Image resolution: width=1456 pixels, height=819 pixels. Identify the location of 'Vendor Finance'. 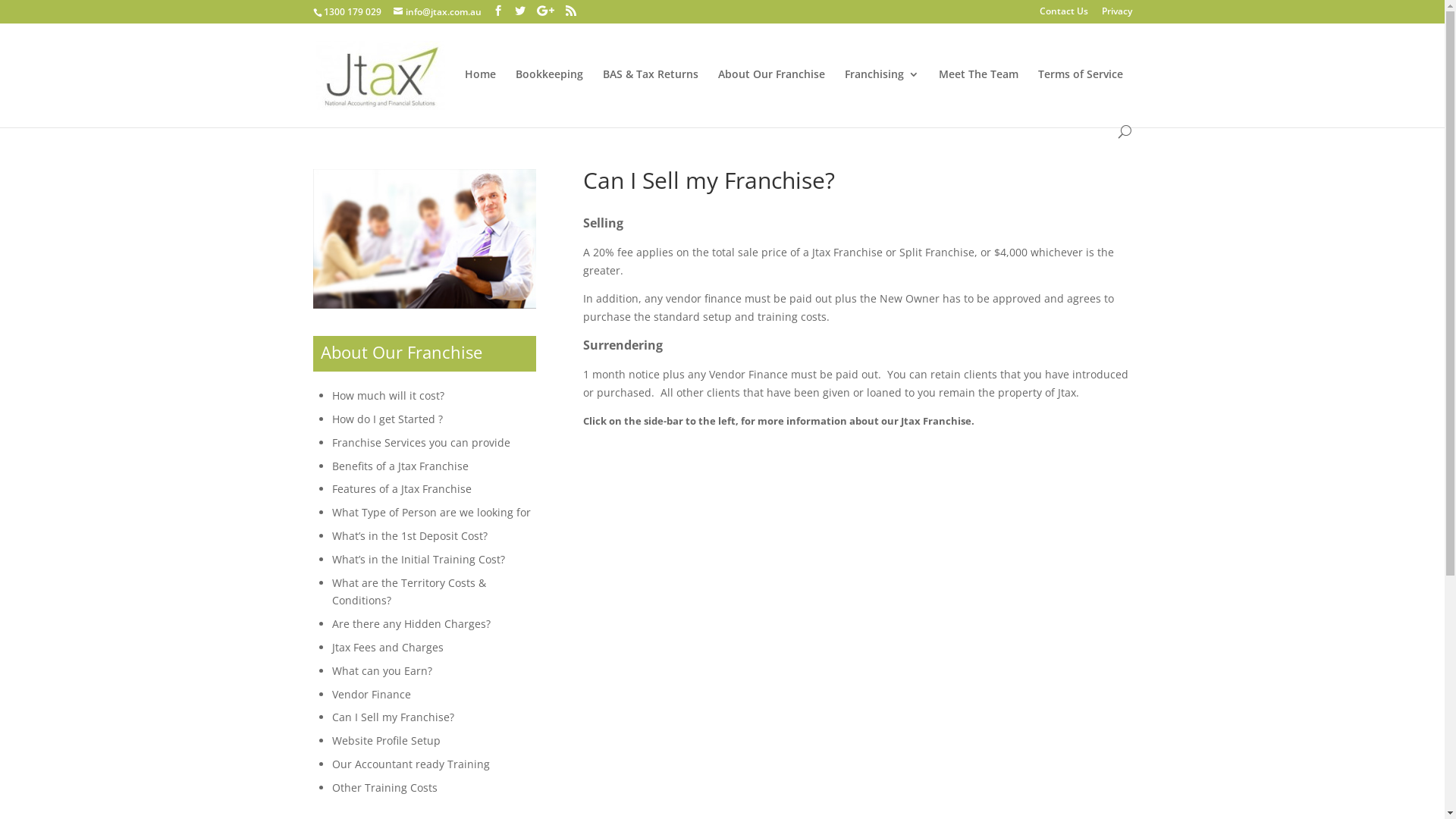
(371, 694).